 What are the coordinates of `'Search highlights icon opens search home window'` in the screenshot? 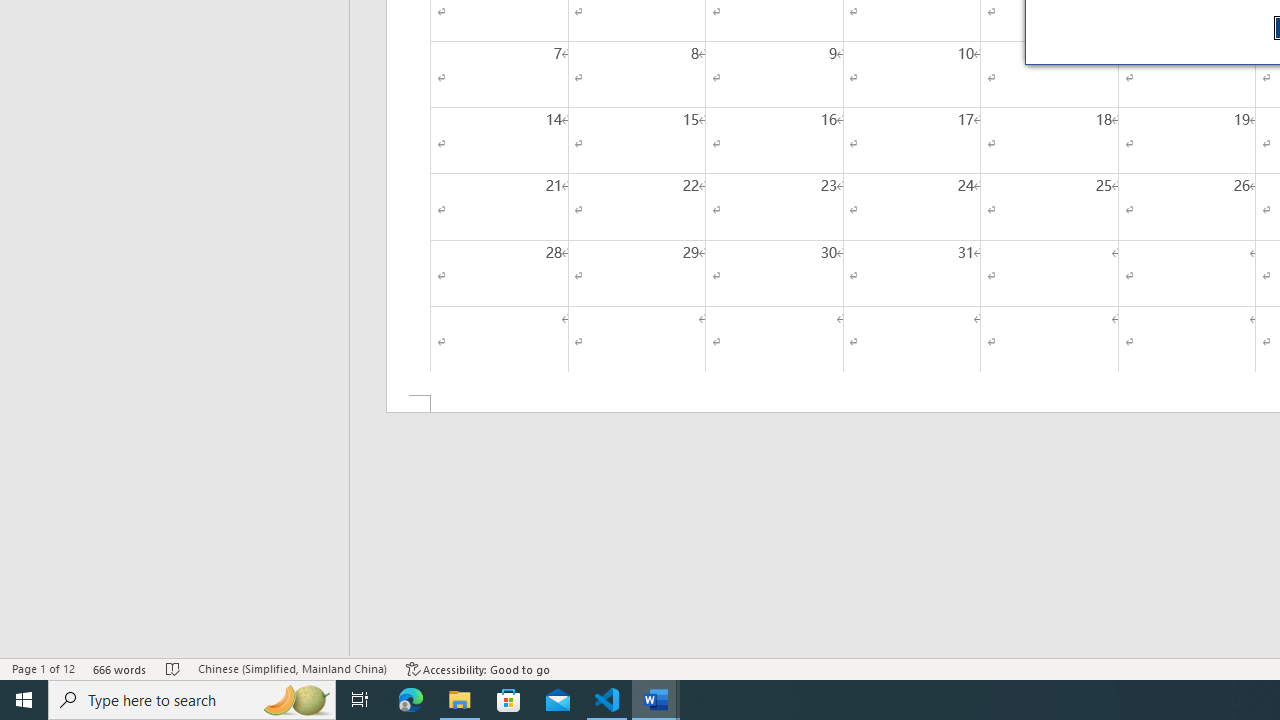 It's located at (294, 698).